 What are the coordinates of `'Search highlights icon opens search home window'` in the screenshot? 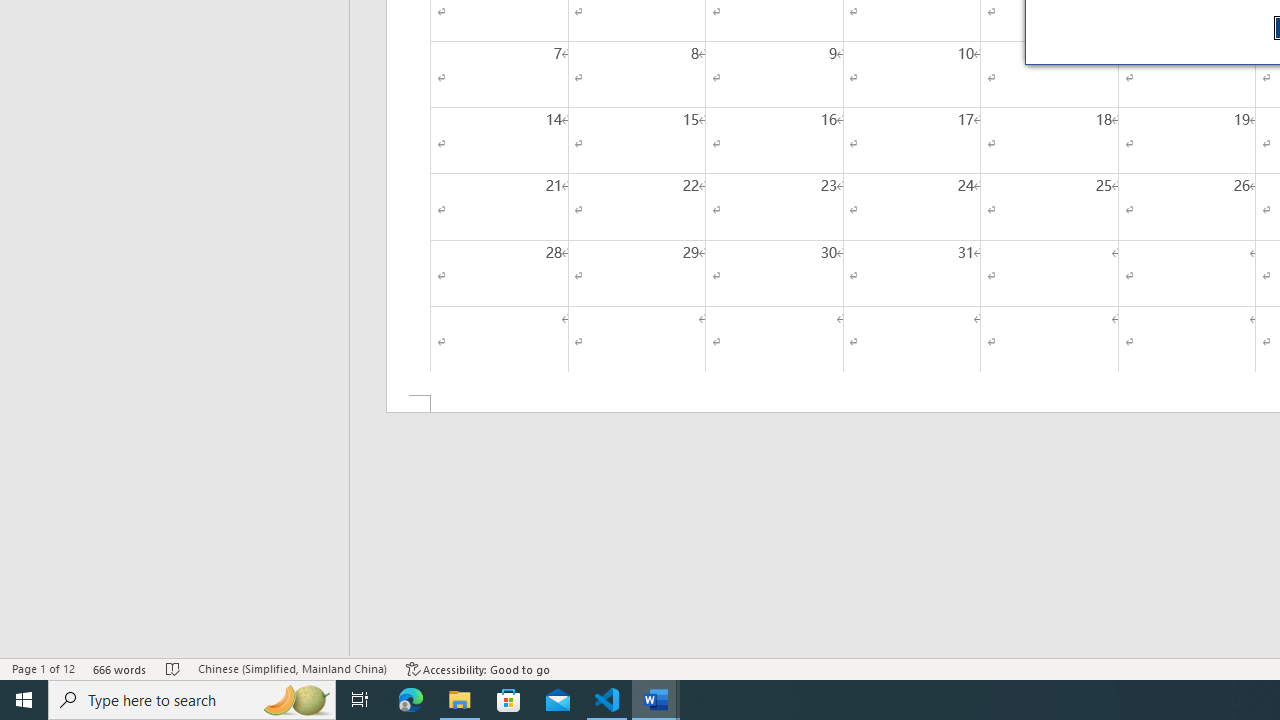 It's located at (294, 698).